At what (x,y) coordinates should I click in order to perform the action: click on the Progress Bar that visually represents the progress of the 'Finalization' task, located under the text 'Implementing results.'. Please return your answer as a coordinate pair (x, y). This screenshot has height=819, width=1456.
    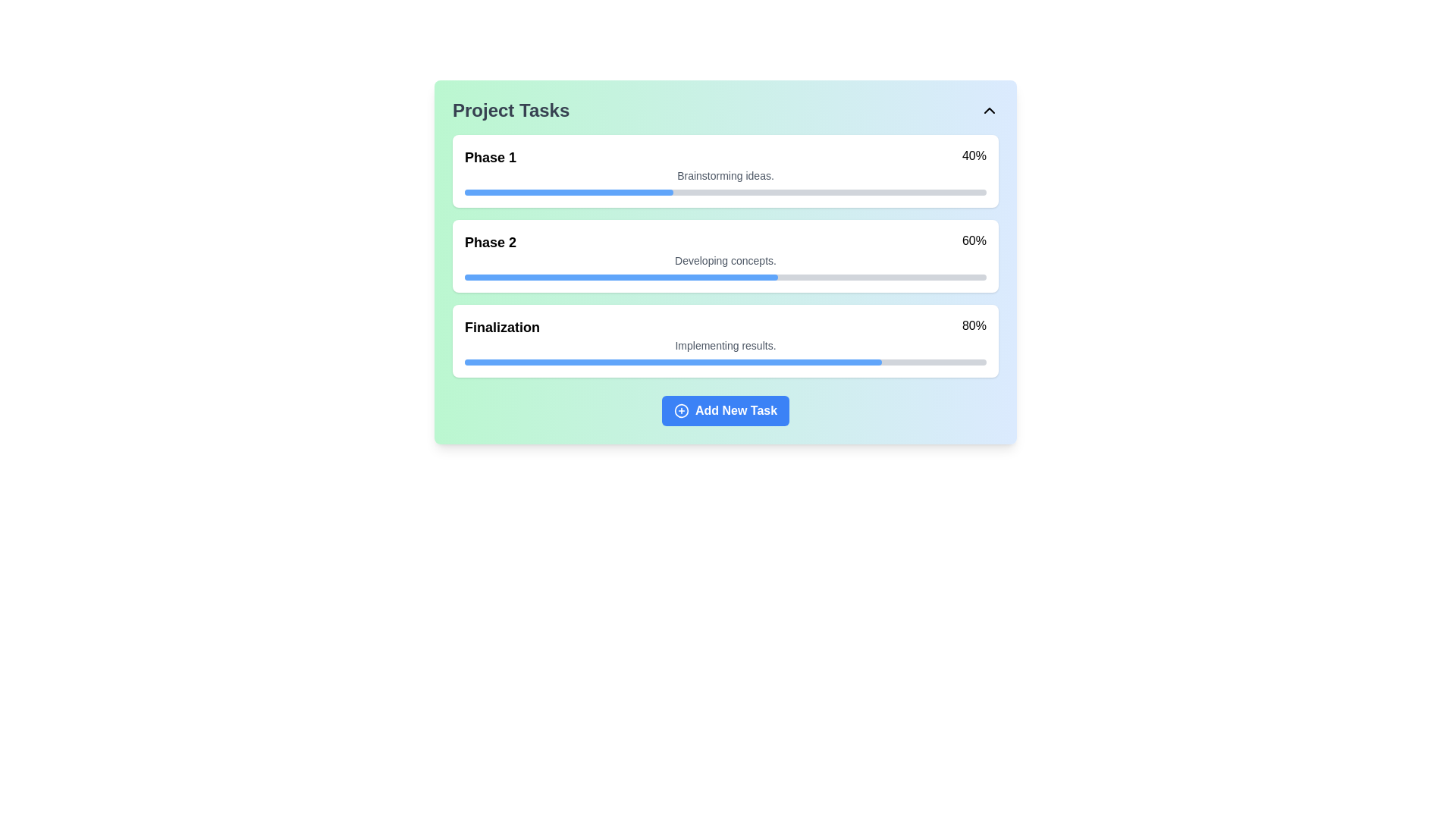
    Looking at the image, I should click on (724, 362).